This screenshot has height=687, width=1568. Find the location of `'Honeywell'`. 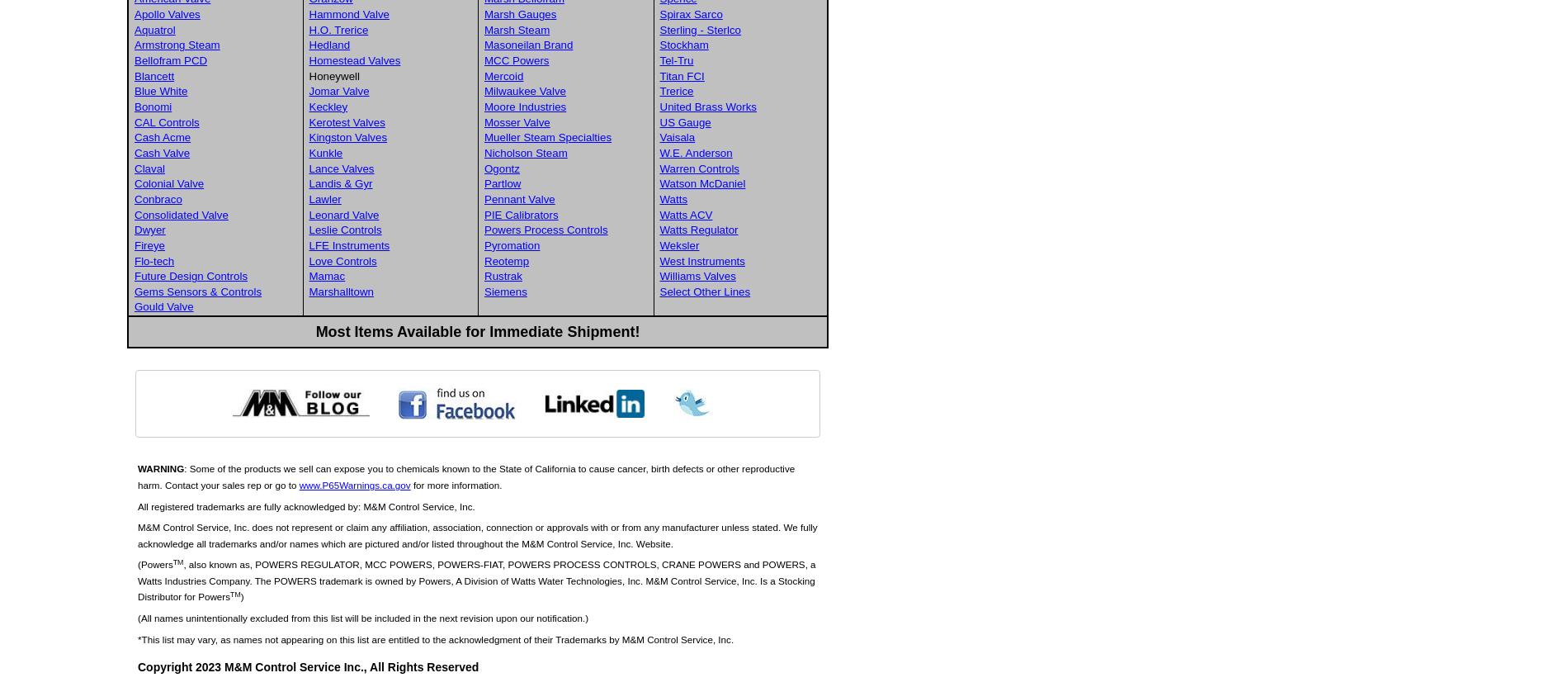

'Honeywell' is located at coordinates (333, 74).